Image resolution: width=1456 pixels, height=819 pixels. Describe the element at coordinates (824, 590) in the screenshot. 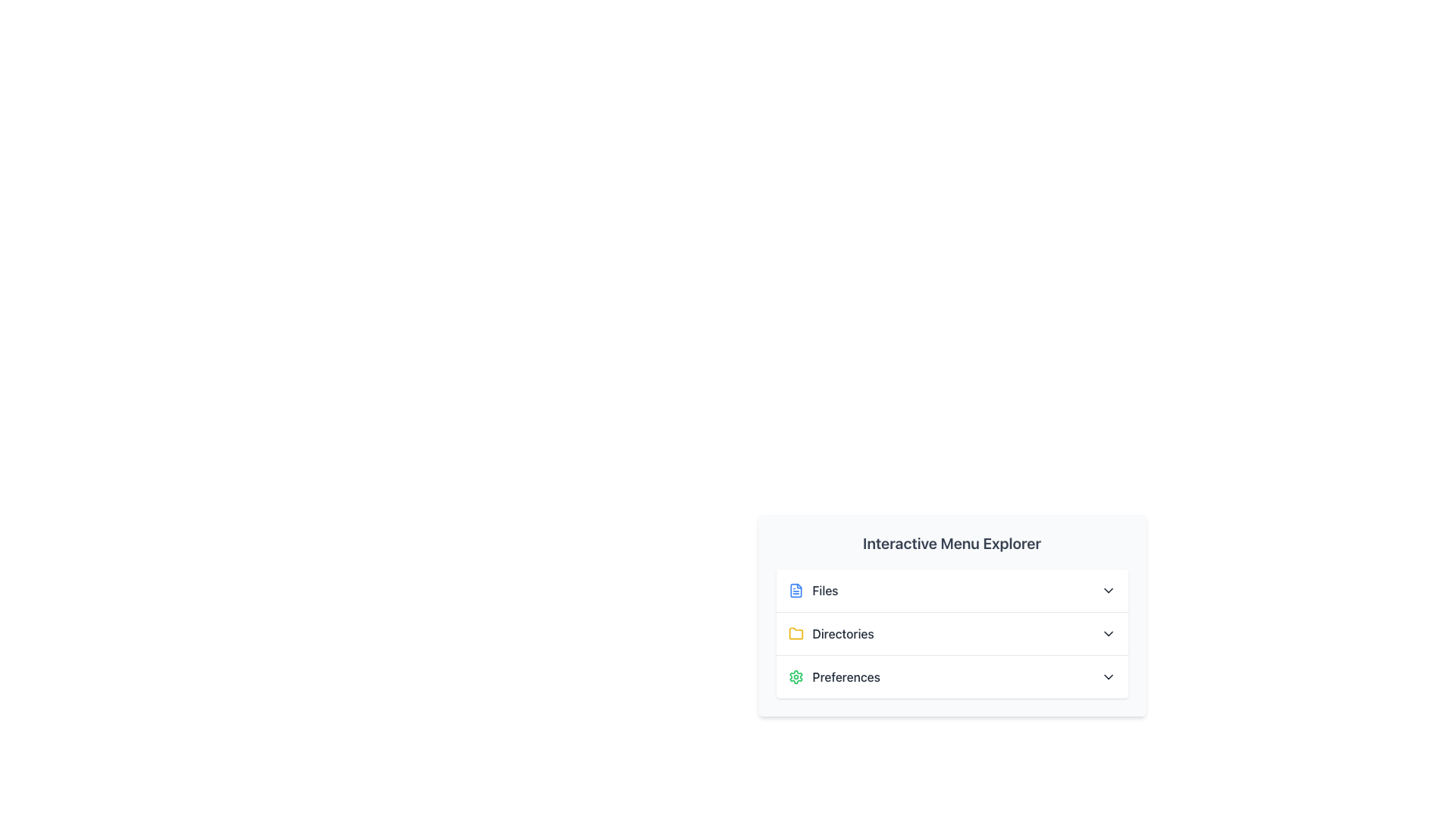

I see `the 'Files' label in the vertical menu below the title 'Interactive Menu Explorer'` at that location.